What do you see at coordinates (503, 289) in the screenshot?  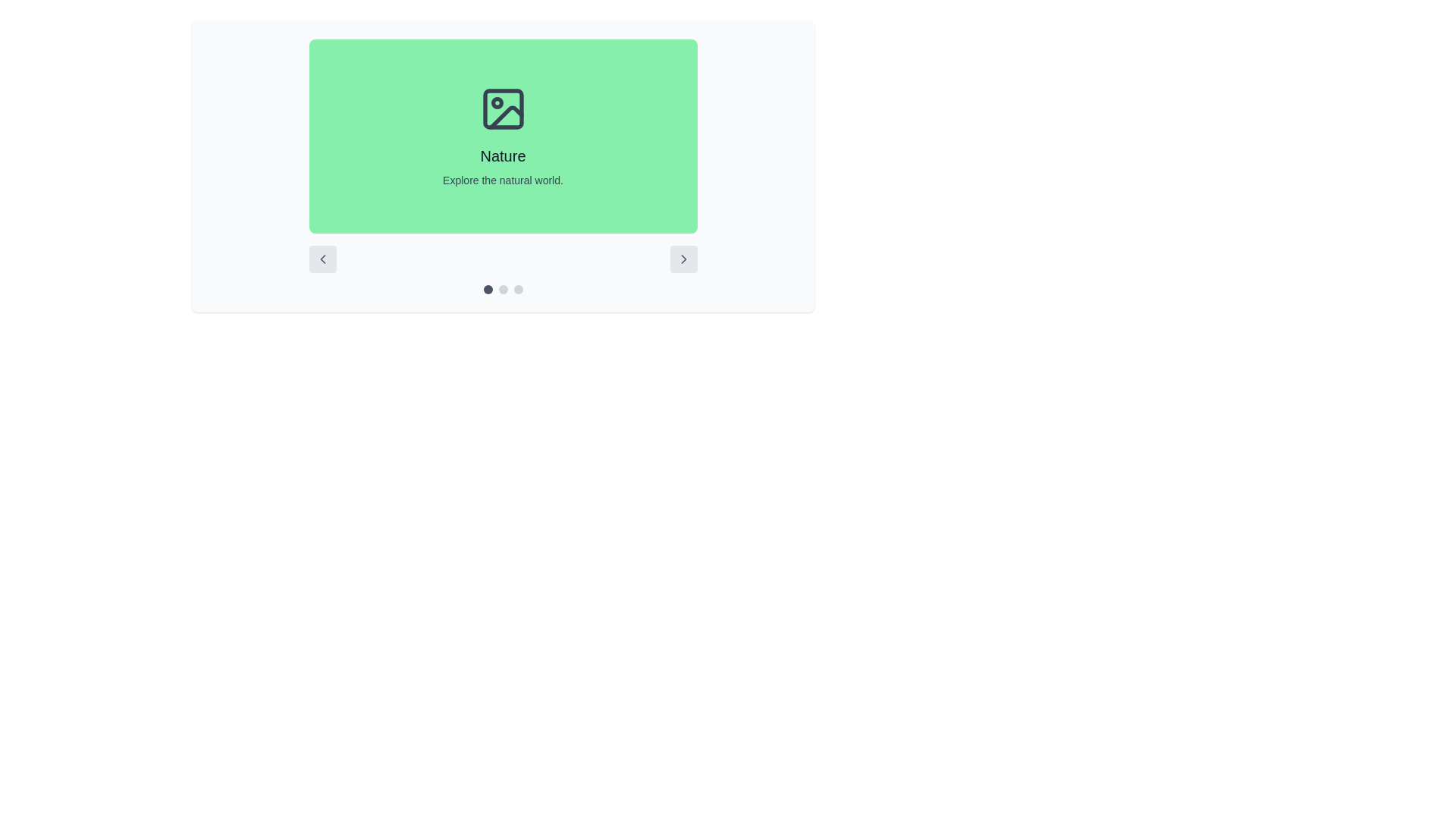 I see `the second circular Carousel indicator dot, which has a light gray background` at bounding box center [503, 289].